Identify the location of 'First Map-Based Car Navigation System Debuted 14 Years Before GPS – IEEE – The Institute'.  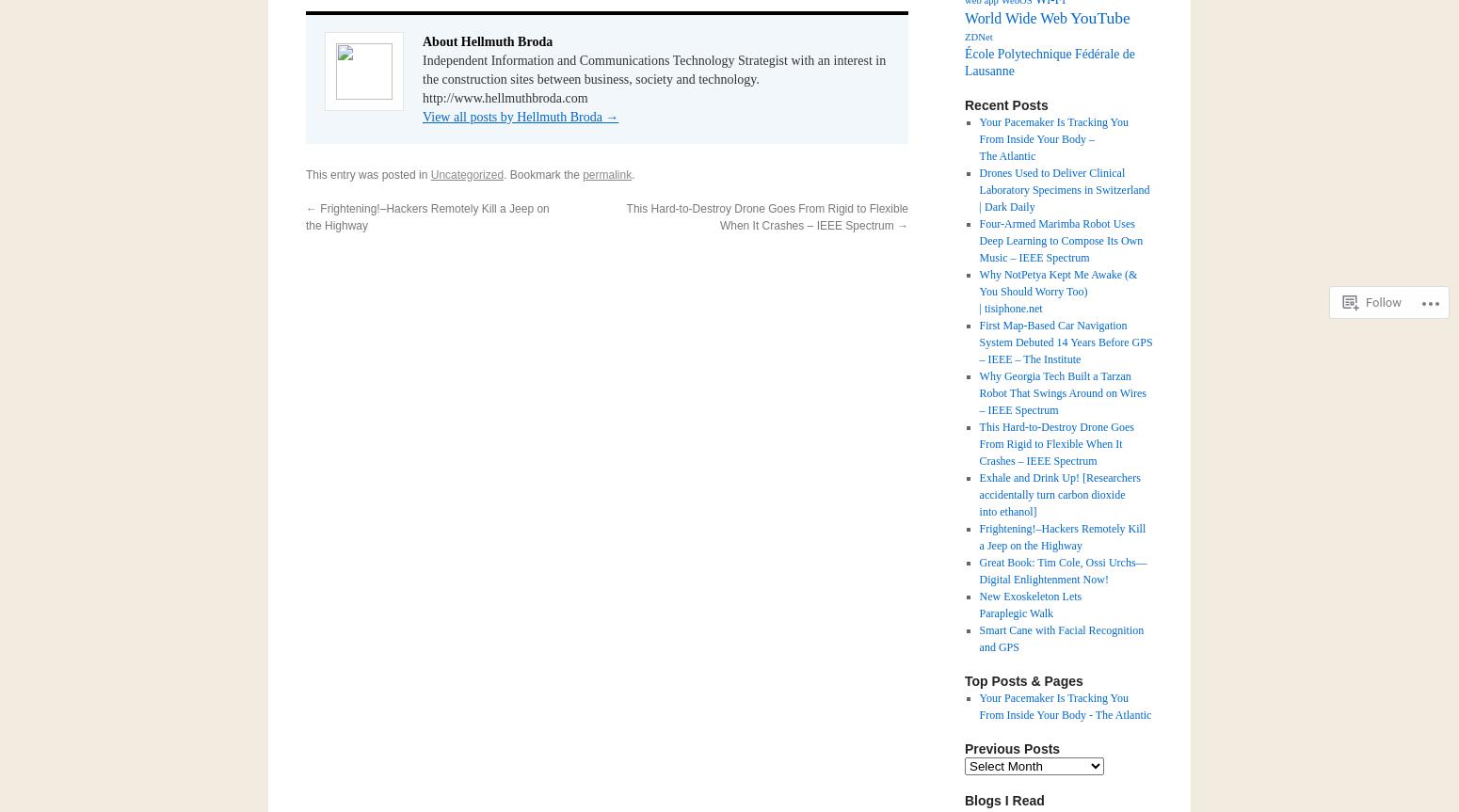
(979, 342).